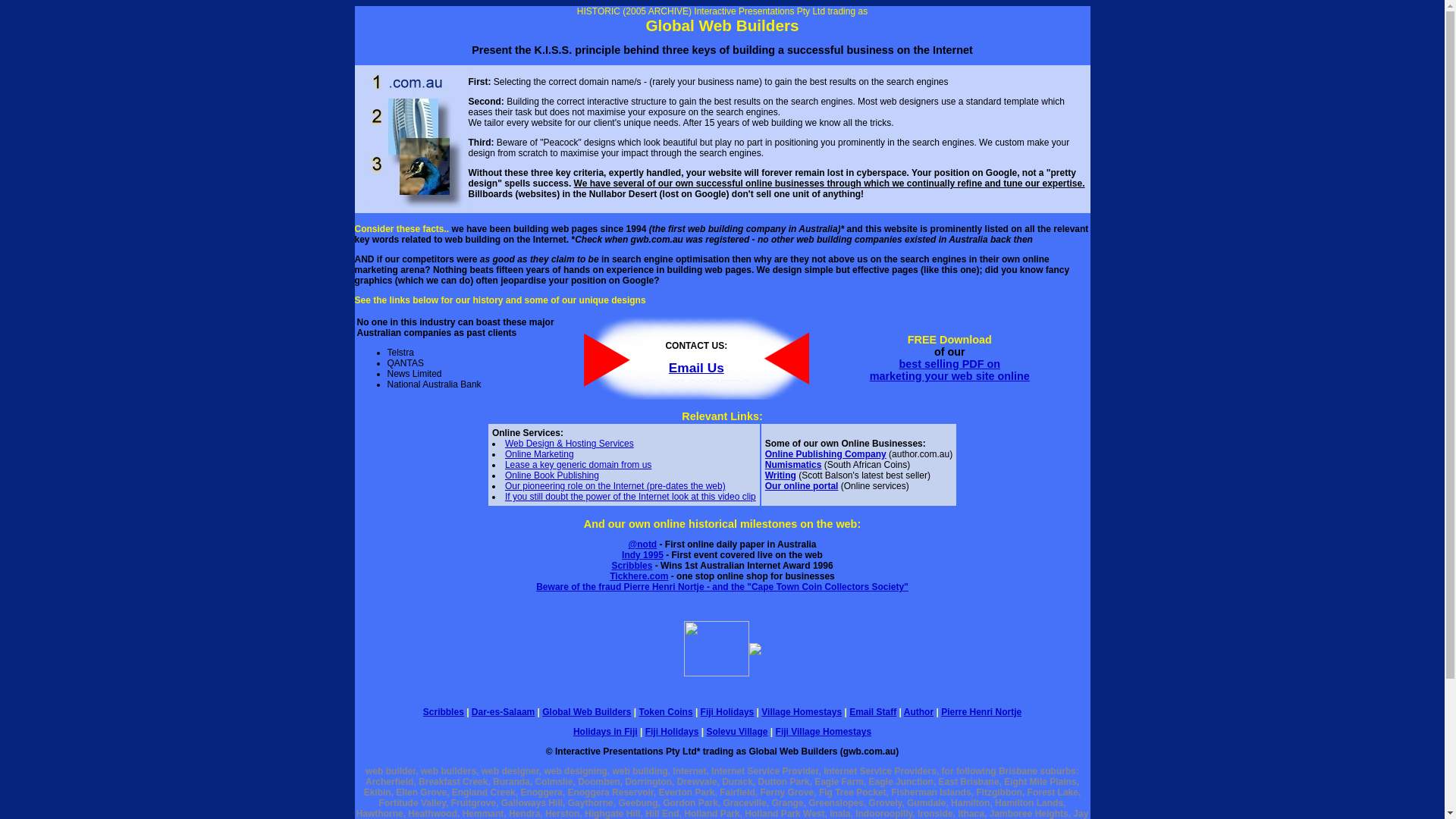 This screenshot has height=819, width=1456. I want to click on 'Solevu Village', so click(736, 730).